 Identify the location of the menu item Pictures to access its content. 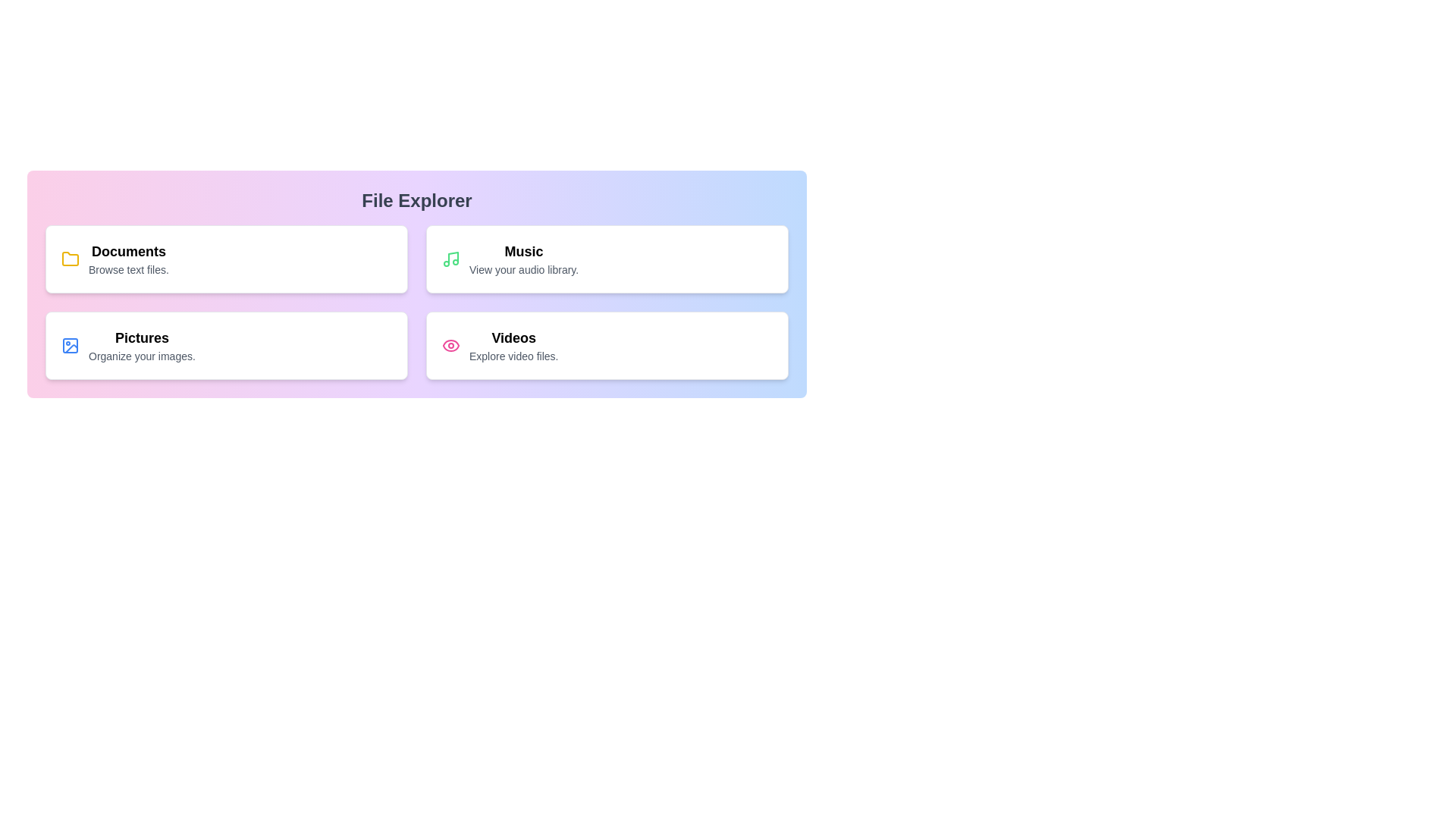
(225, 345).